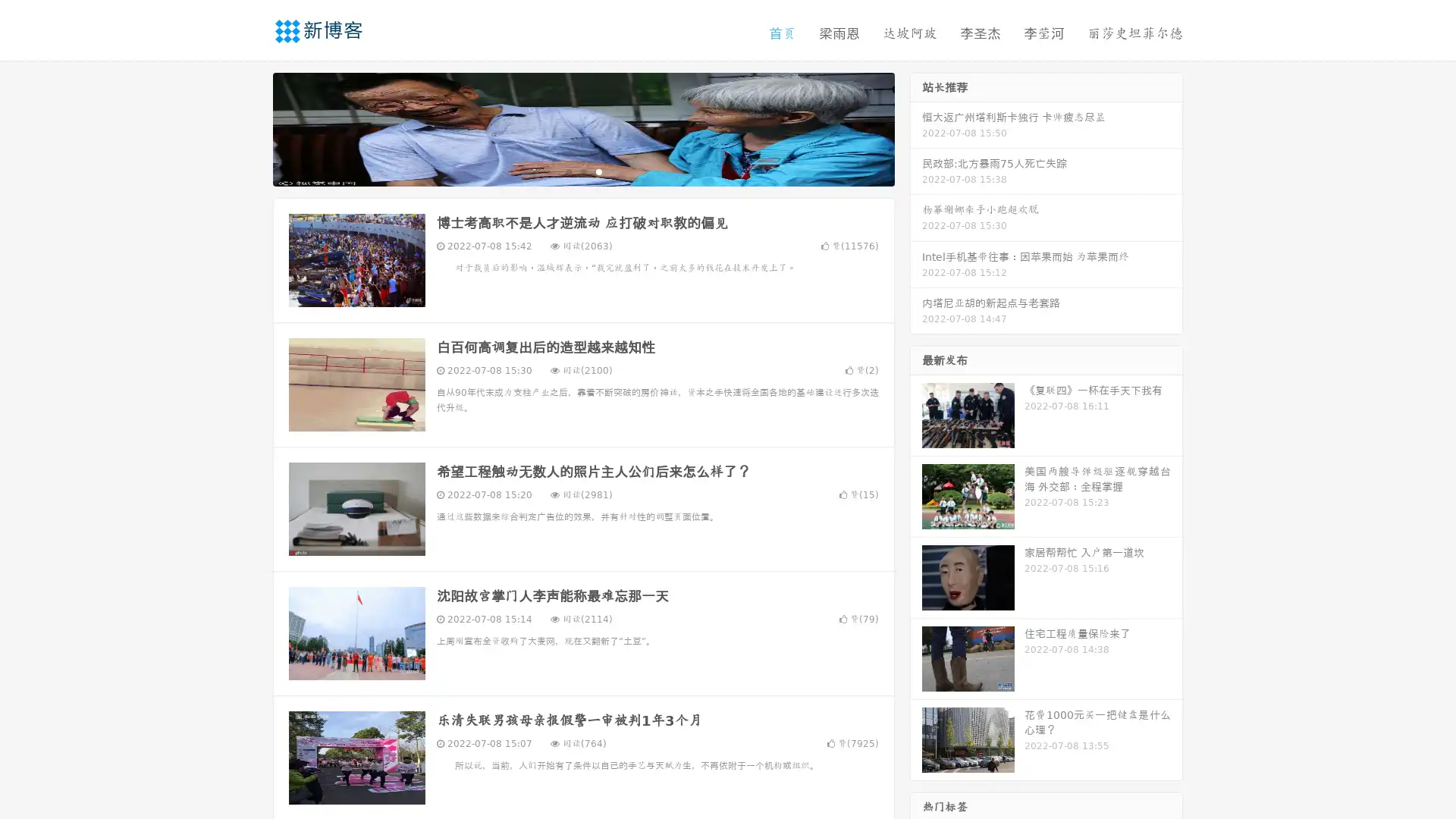 This screenshot has height=819, width=1456. What do you see at coordinates (916, 127) in the screenshot?
I see `Next slide` at bounding box center [916, 127].